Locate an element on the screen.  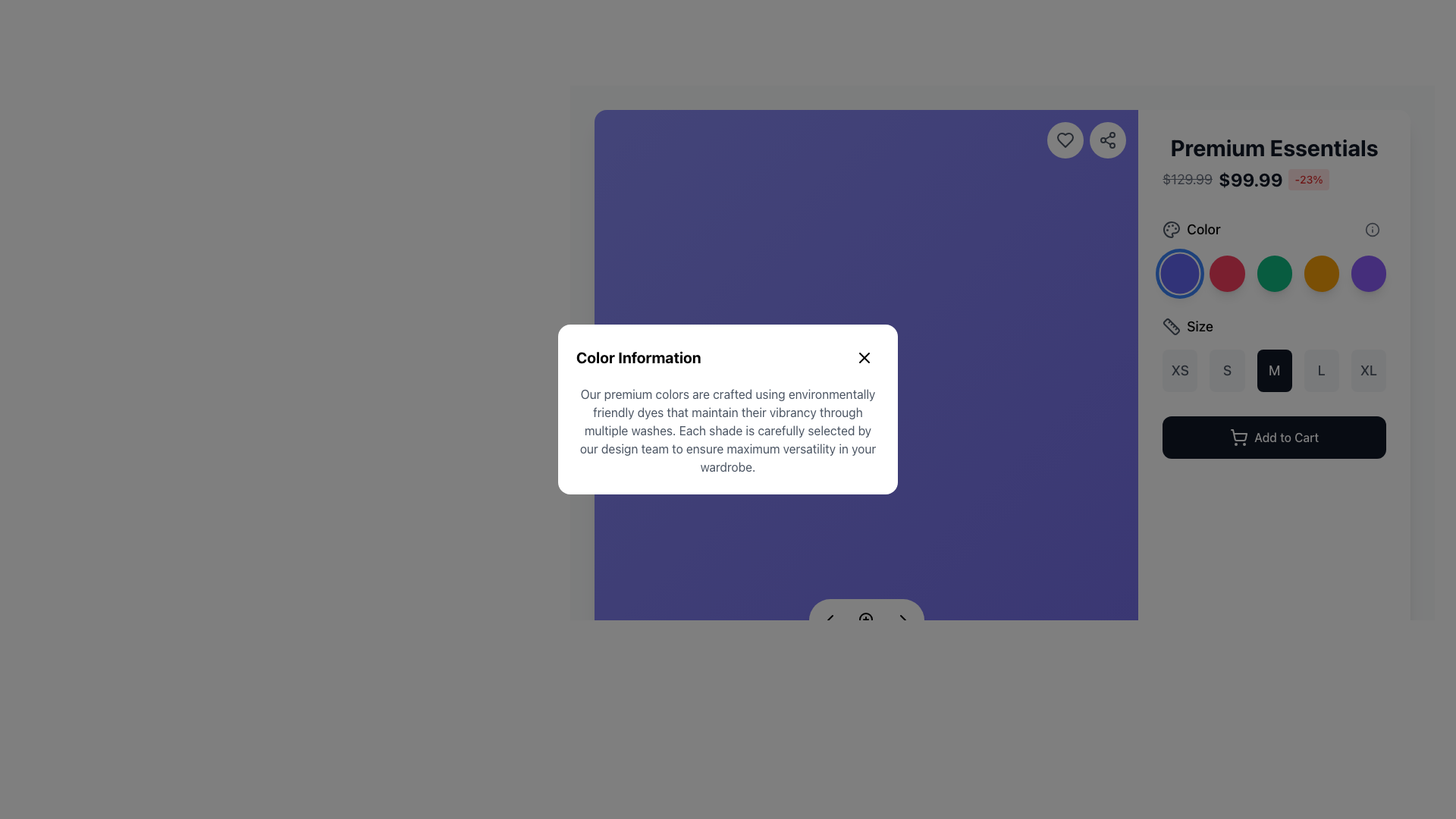
the circular button with a gray background and black chevron arrow icon pointing left, located at the bottom center of the interface is located at coordinates (829, 620).